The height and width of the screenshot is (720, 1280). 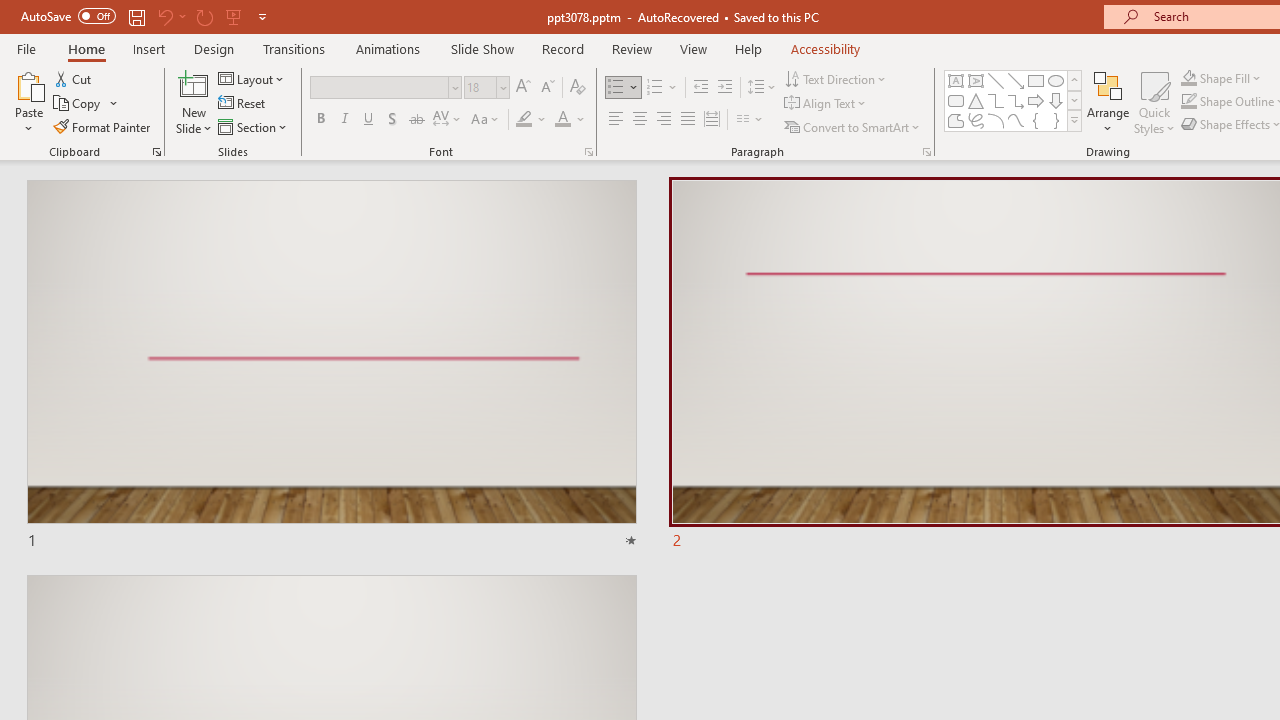 What do you see at coordinates (700, 86) in the screenshot?
I see `'Decrease Indent'` at bounding box center [700, 86].